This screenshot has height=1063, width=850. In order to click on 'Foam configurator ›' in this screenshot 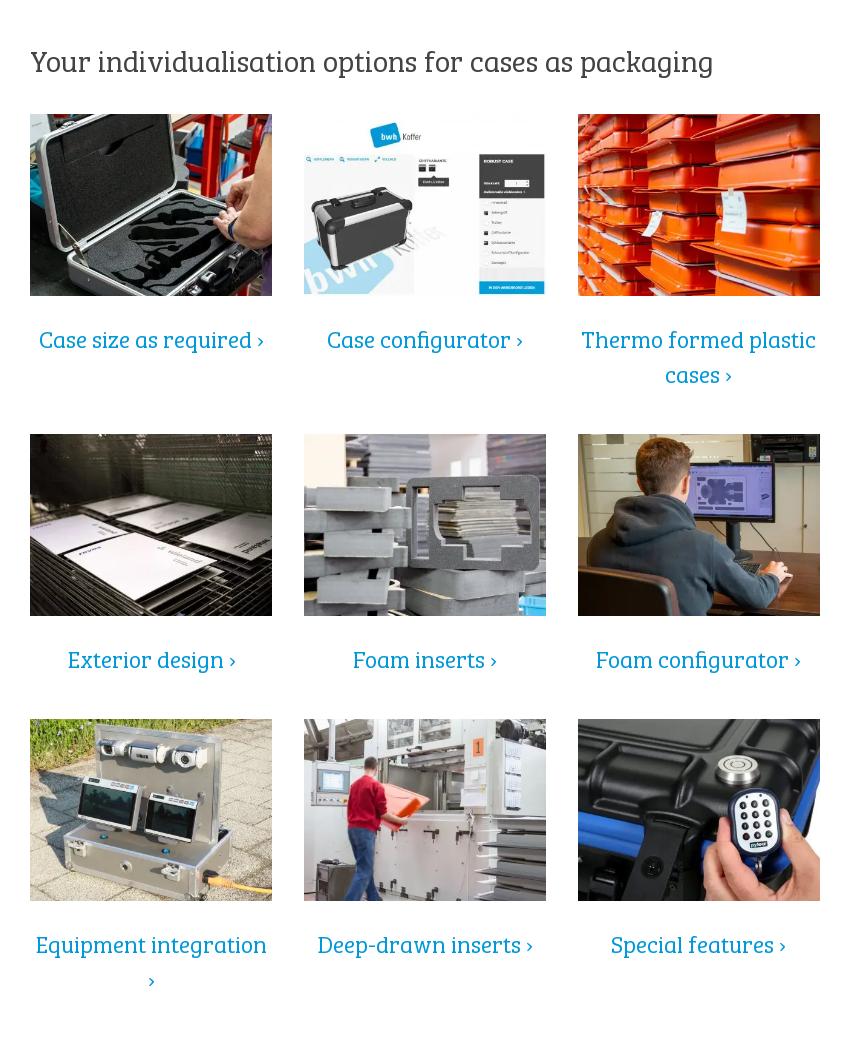, I will do `click(697, 655)`.